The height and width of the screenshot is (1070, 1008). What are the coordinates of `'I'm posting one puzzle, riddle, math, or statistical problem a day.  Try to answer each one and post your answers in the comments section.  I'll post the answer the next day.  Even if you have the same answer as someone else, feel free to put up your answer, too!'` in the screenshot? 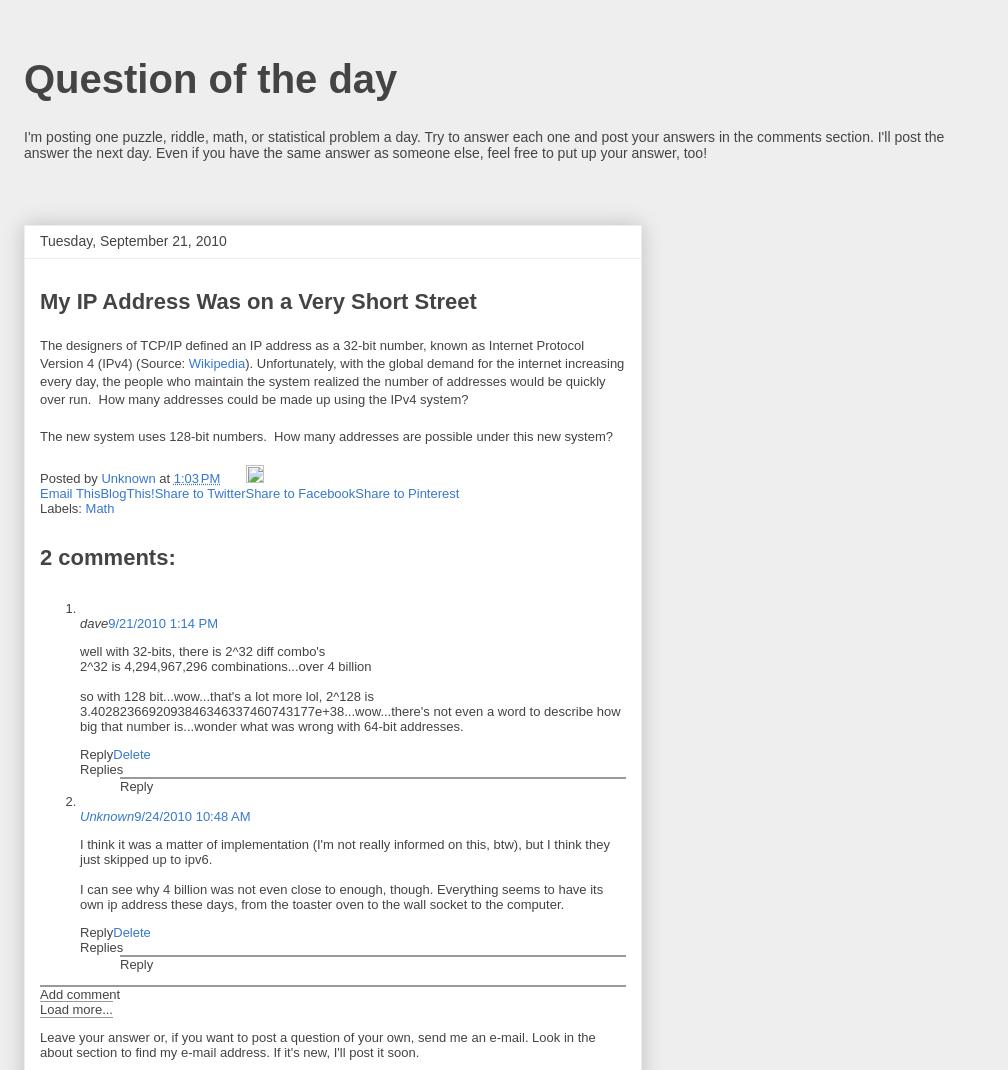 It's located at (484, 144).